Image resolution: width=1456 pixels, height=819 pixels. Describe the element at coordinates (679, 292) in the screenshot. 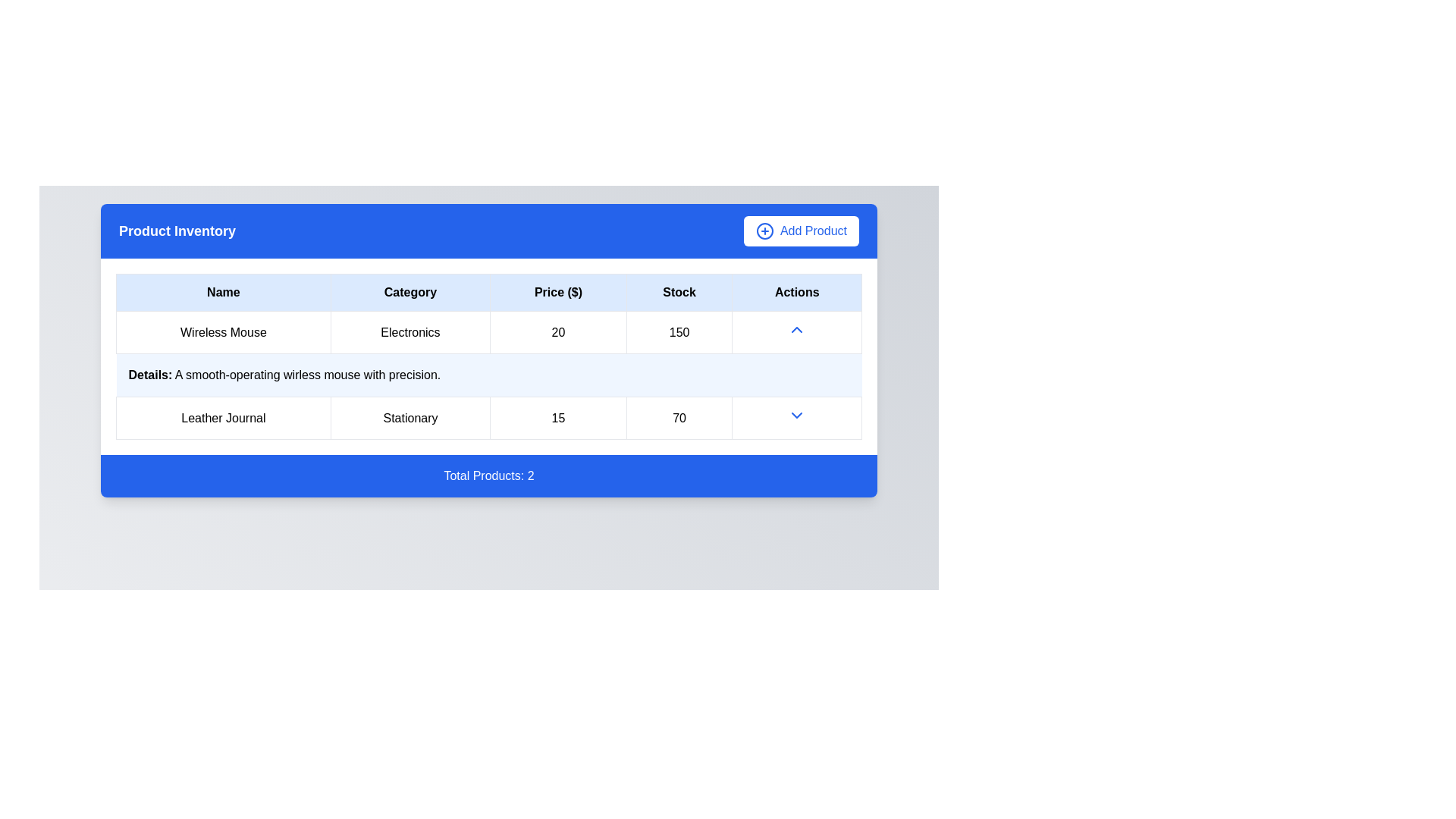

I see `the 'Stock' header label located in the fourth column of the table, positioned between 'Price ($)' and 'Actions'` at that location.